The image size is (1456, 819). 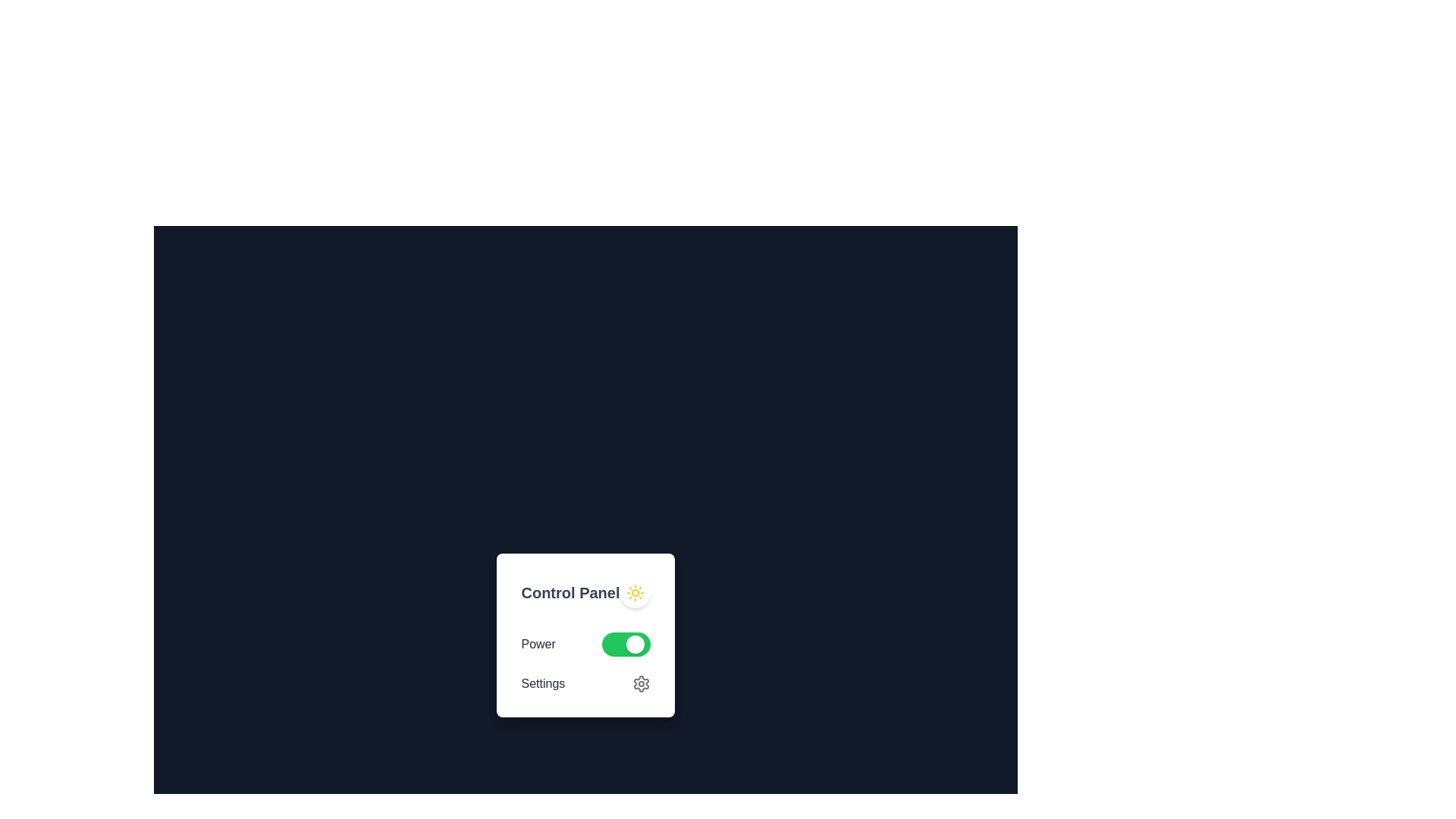 What do you see at coordinates (626, 644) in the screenshot?
I see `the white handle of the toggle switch with a green background` at bounding box center [626, 644].